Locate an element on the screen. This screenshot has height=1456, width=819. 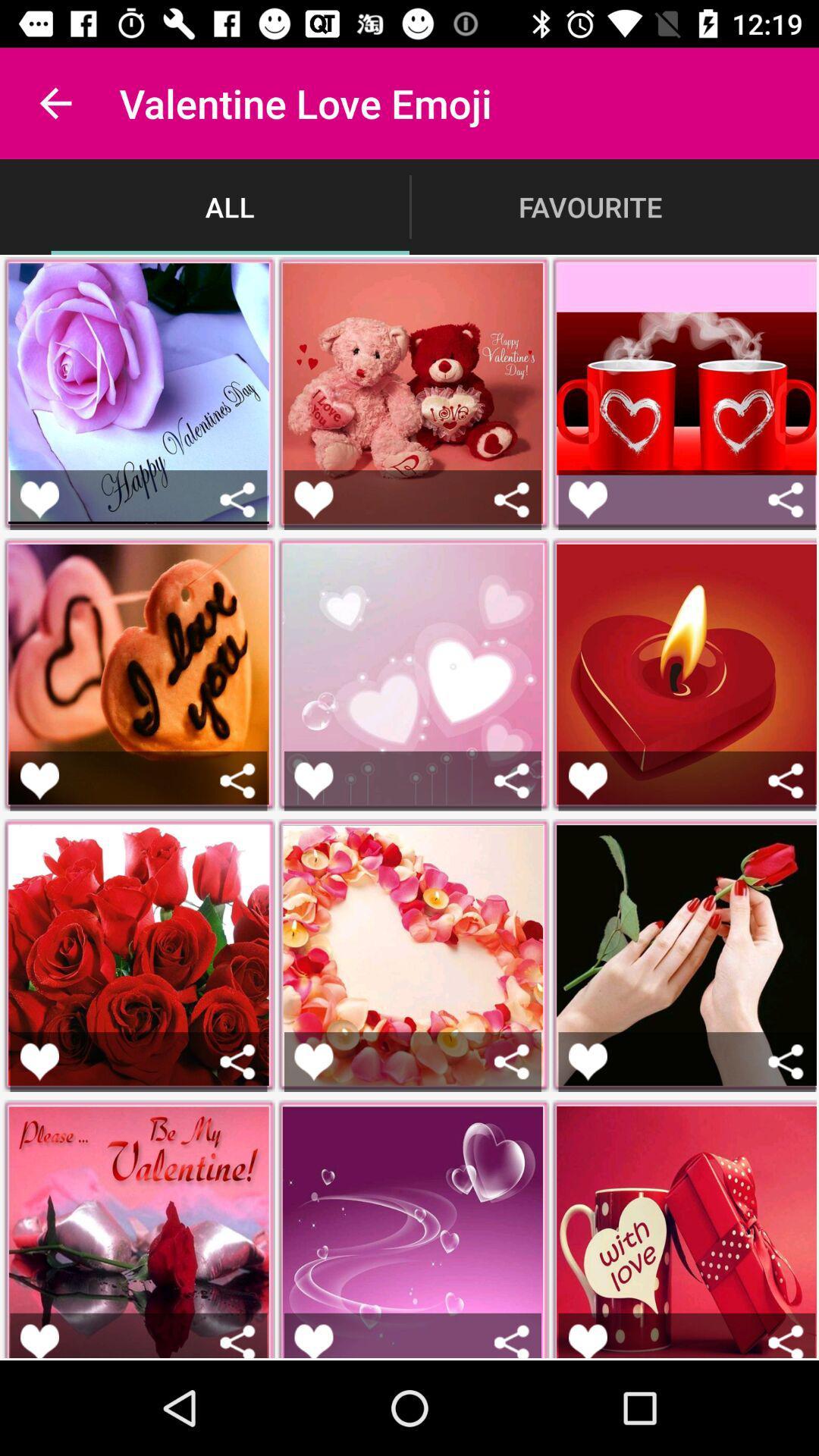
share the article is located at coordinates (512, 1061).